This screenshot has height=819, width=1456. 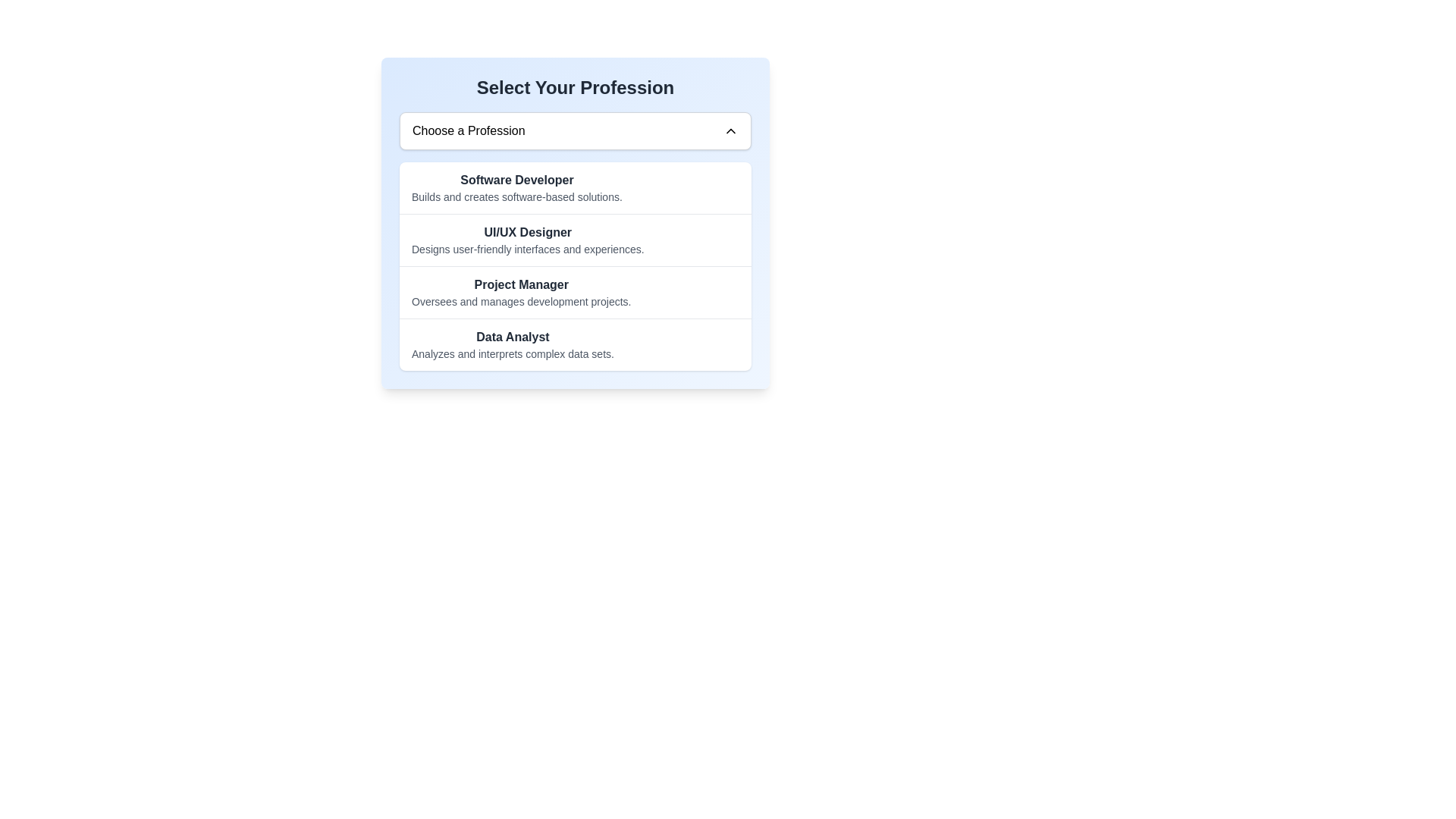 I want to click on the selectable list item for 'UI/UX Designer', so click(x=574, y=222).